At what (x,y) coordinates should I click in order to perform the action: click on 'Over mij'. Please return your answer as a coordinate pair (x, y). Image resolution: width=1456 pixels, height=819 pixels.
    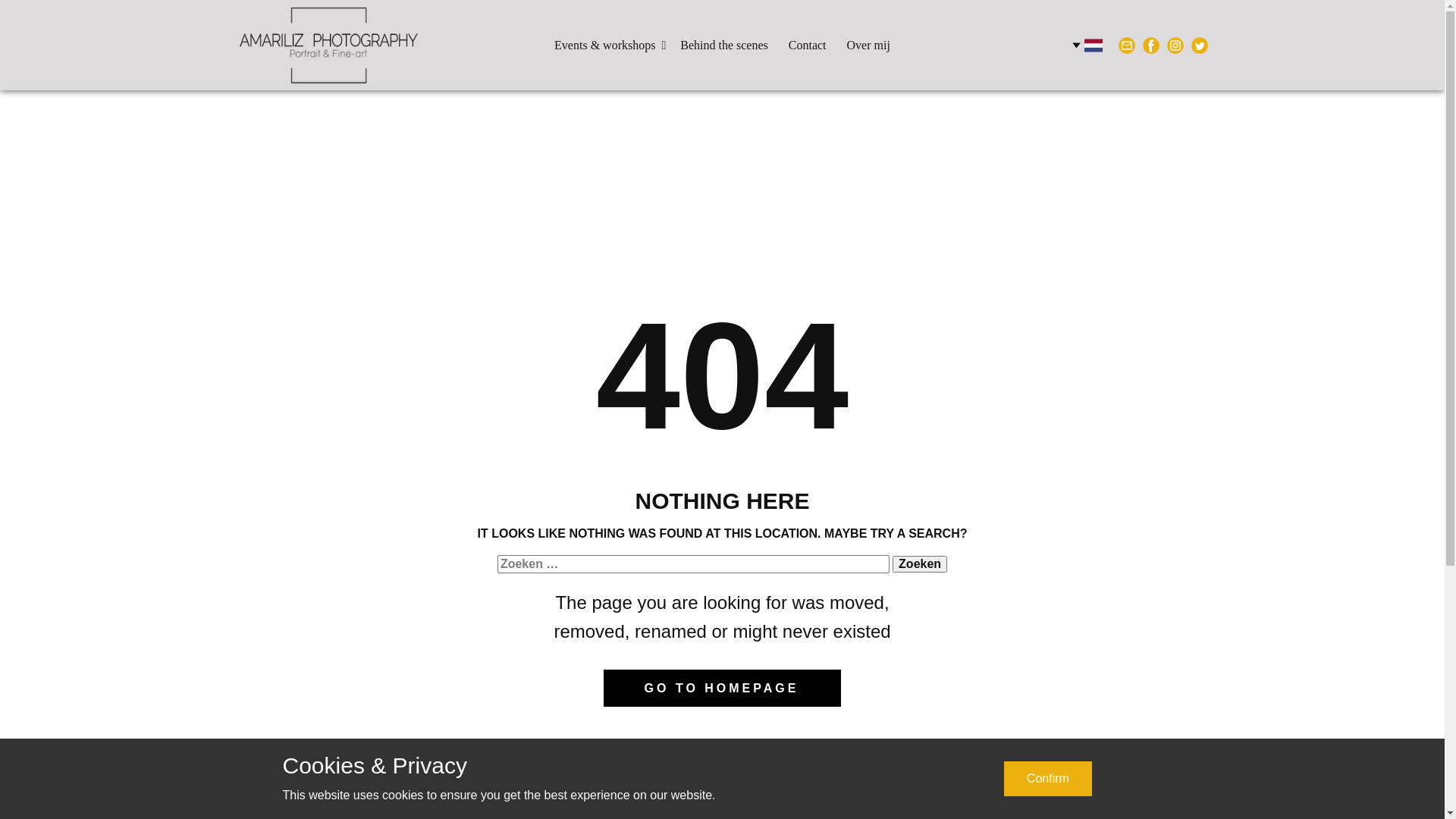
    Looking at the image, I should click on (868, 45).